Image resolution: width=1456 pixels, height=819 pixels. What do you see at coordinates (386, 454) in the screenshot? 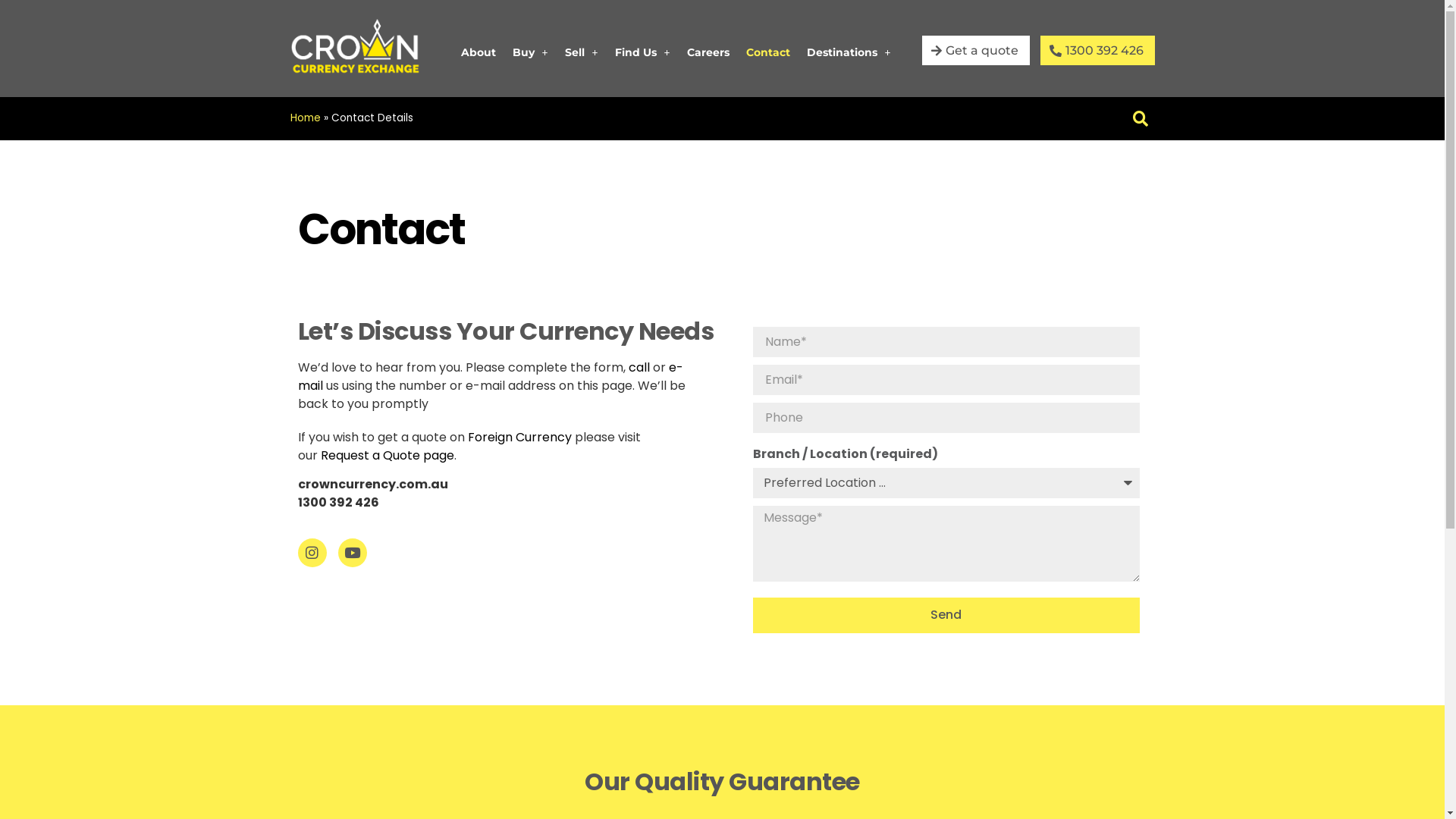
I see `'Request a Quote page'` at bounding box center [386, 454].